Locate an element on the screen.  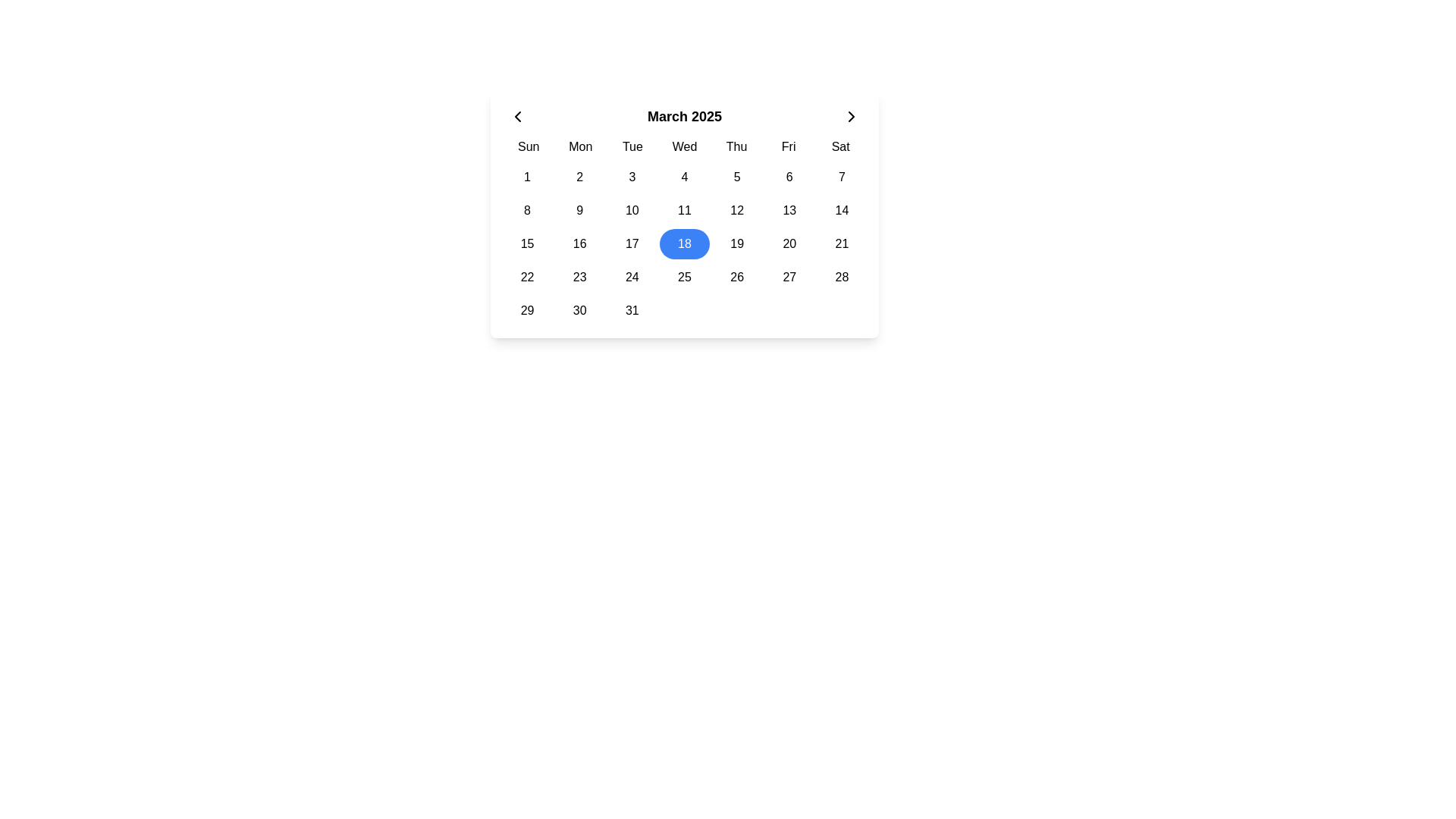
the button representing the 26th day of the month in the calendar layout is located at coordinates (737, 278).